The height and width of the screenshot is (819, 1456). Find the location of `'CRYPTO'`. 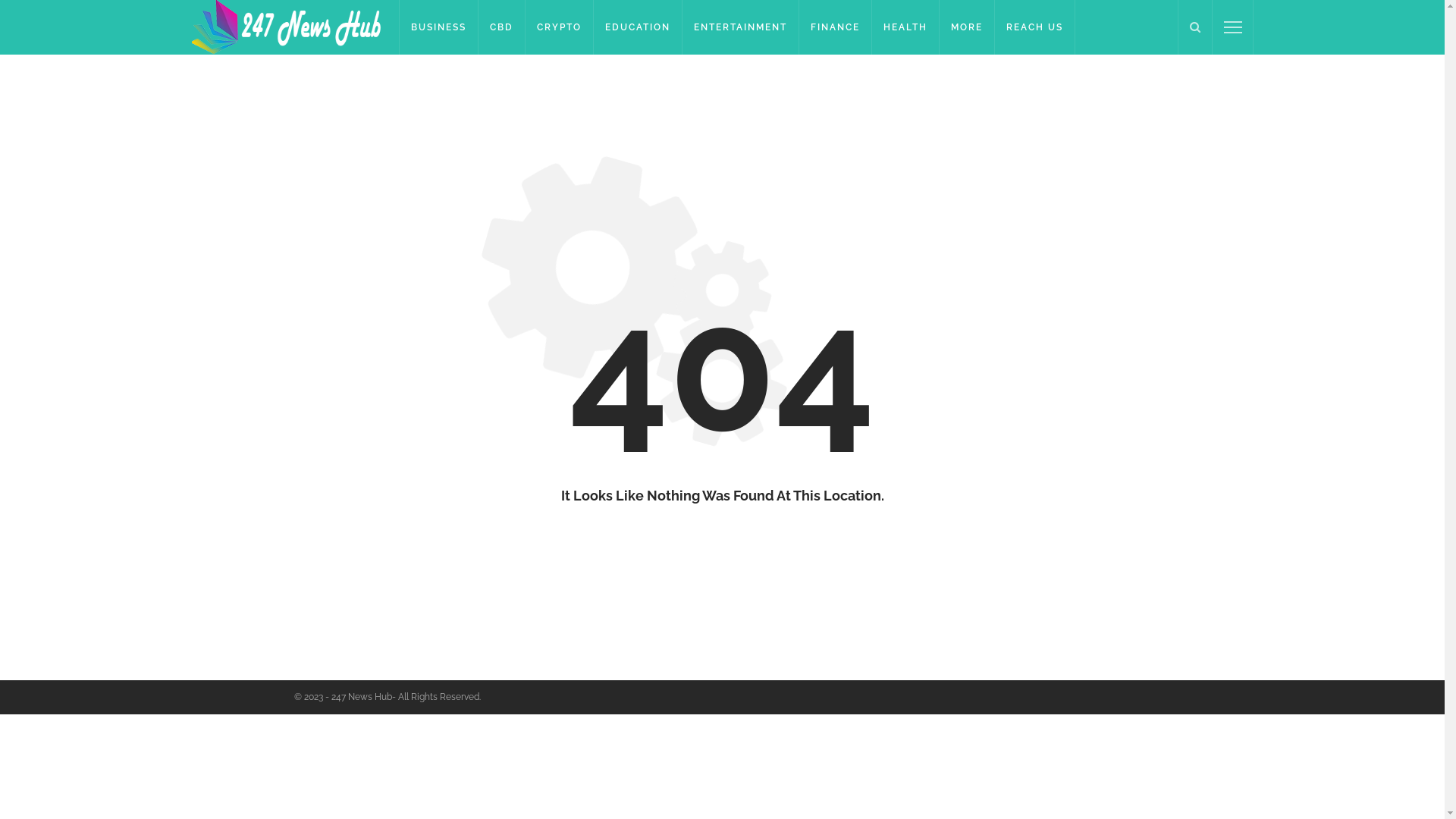

'CRYPTO' is located at coordinates (525, 27).